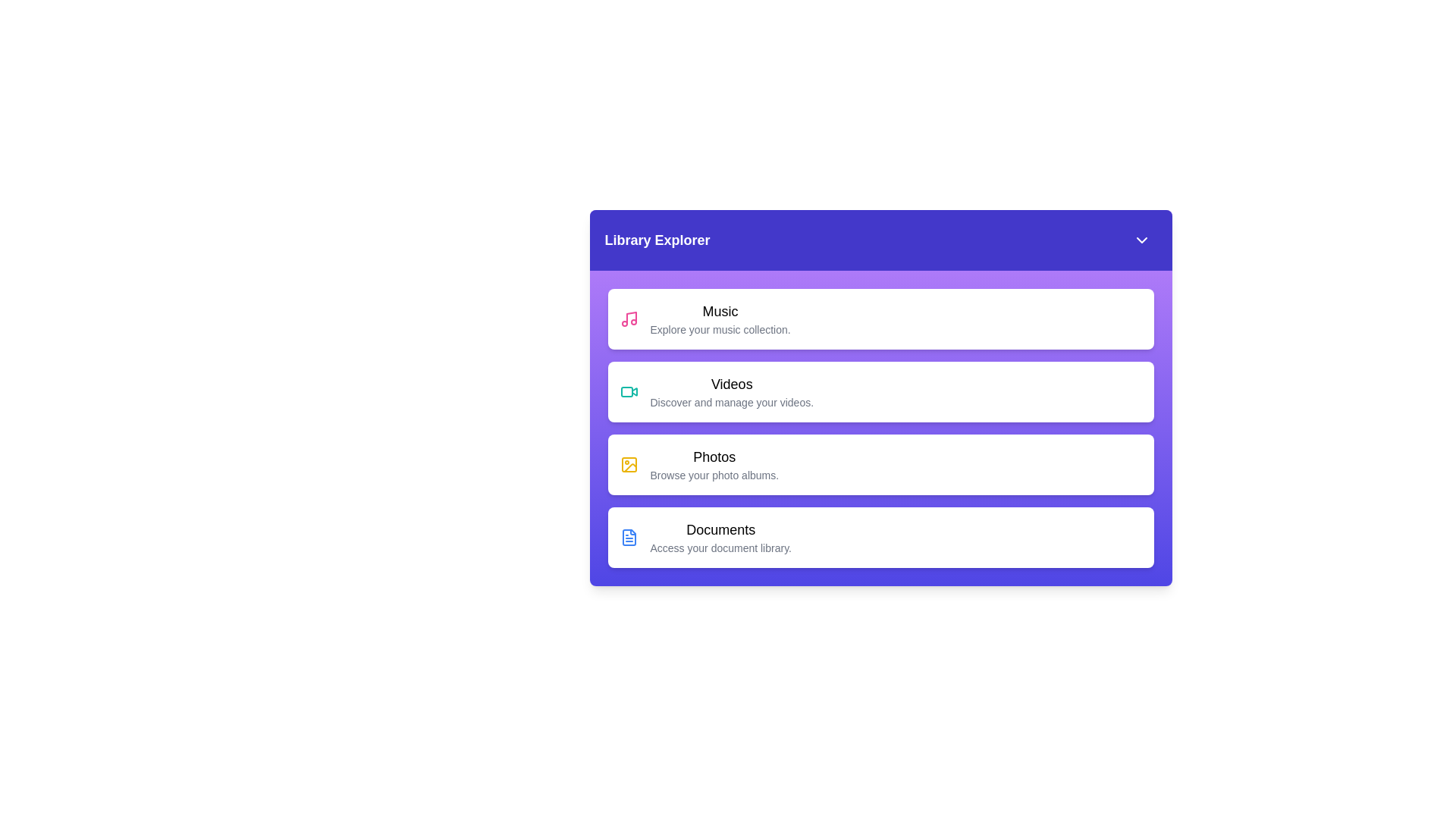 This screenshot has width=1456, height=819. What do you see at coordinates (880, 537) in the screenshot?
I see `the library item Documents to read its description` at bounding box center [880, 537].